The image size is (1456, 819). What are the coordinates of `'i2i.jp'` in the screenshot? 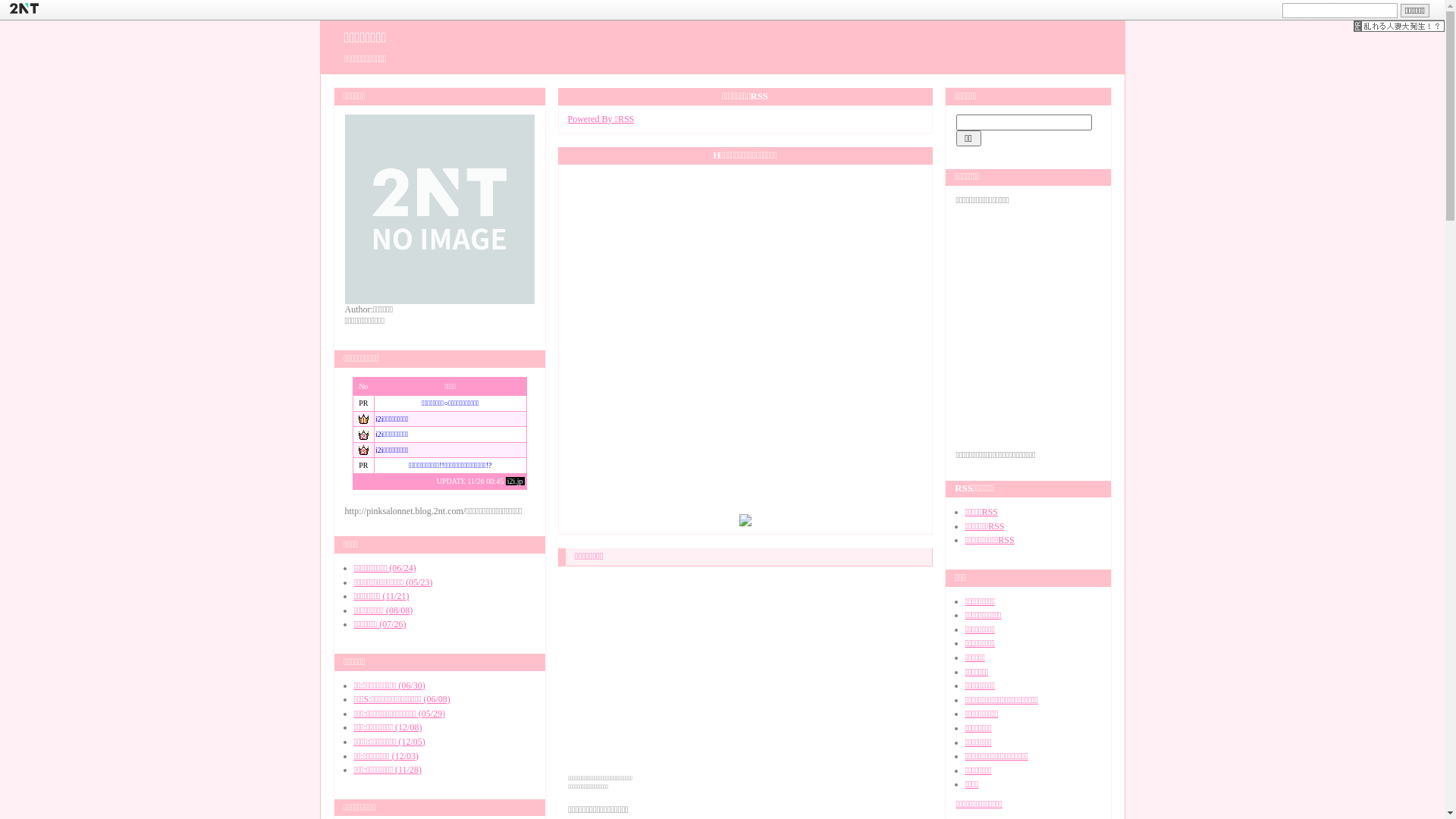 It's located at (515, 481).